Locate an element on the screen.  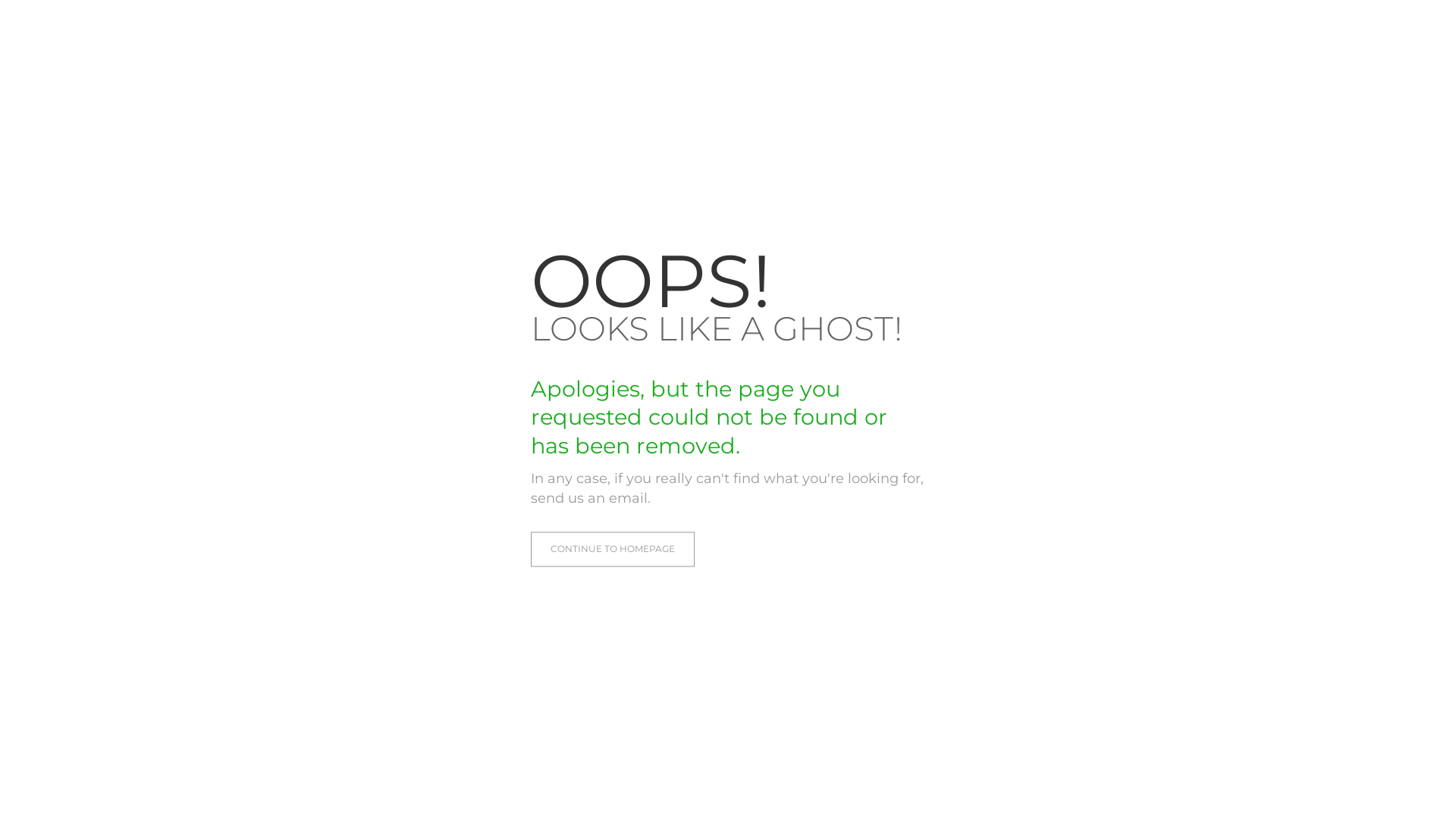
'CONTINUE TO HOMEPAGE' is located at coordinates (612, 550).